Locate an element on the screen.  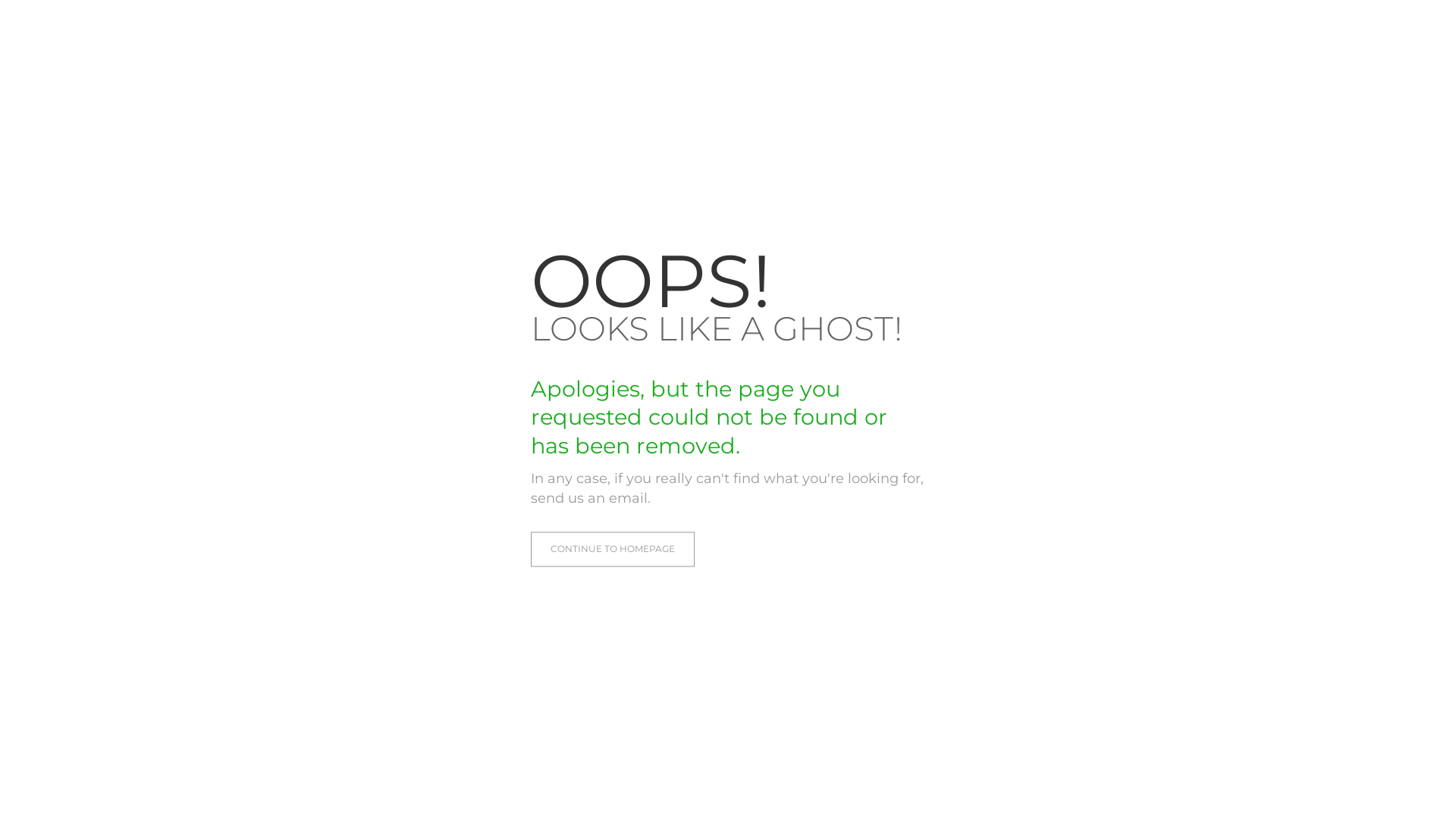
'CONTINUE TO HOMEPAGE' is located at coordinates (612, 550).